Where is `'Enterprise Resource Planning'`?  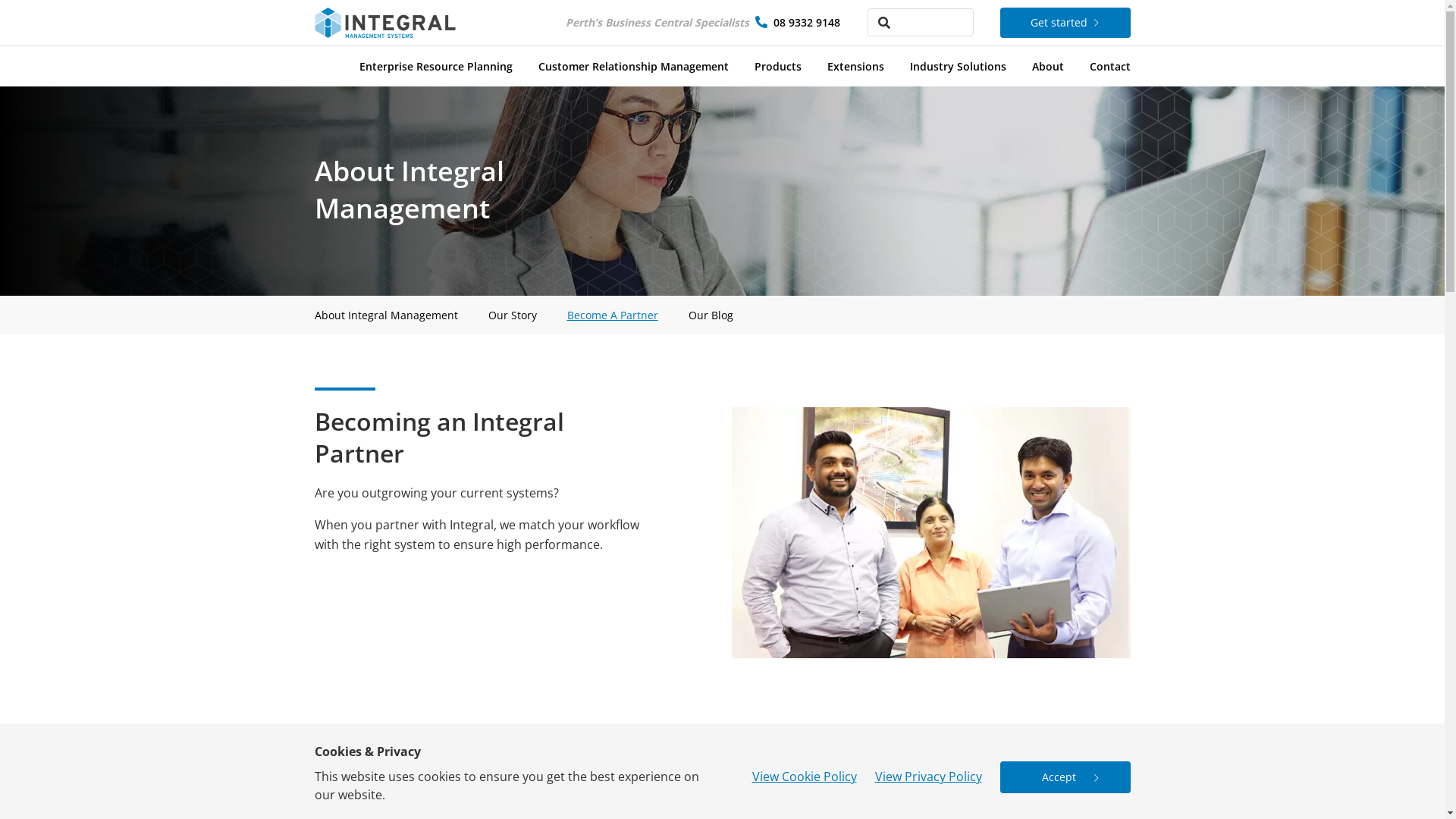
'Enterprise Resource Planning' is located at coordinates (359, 62).